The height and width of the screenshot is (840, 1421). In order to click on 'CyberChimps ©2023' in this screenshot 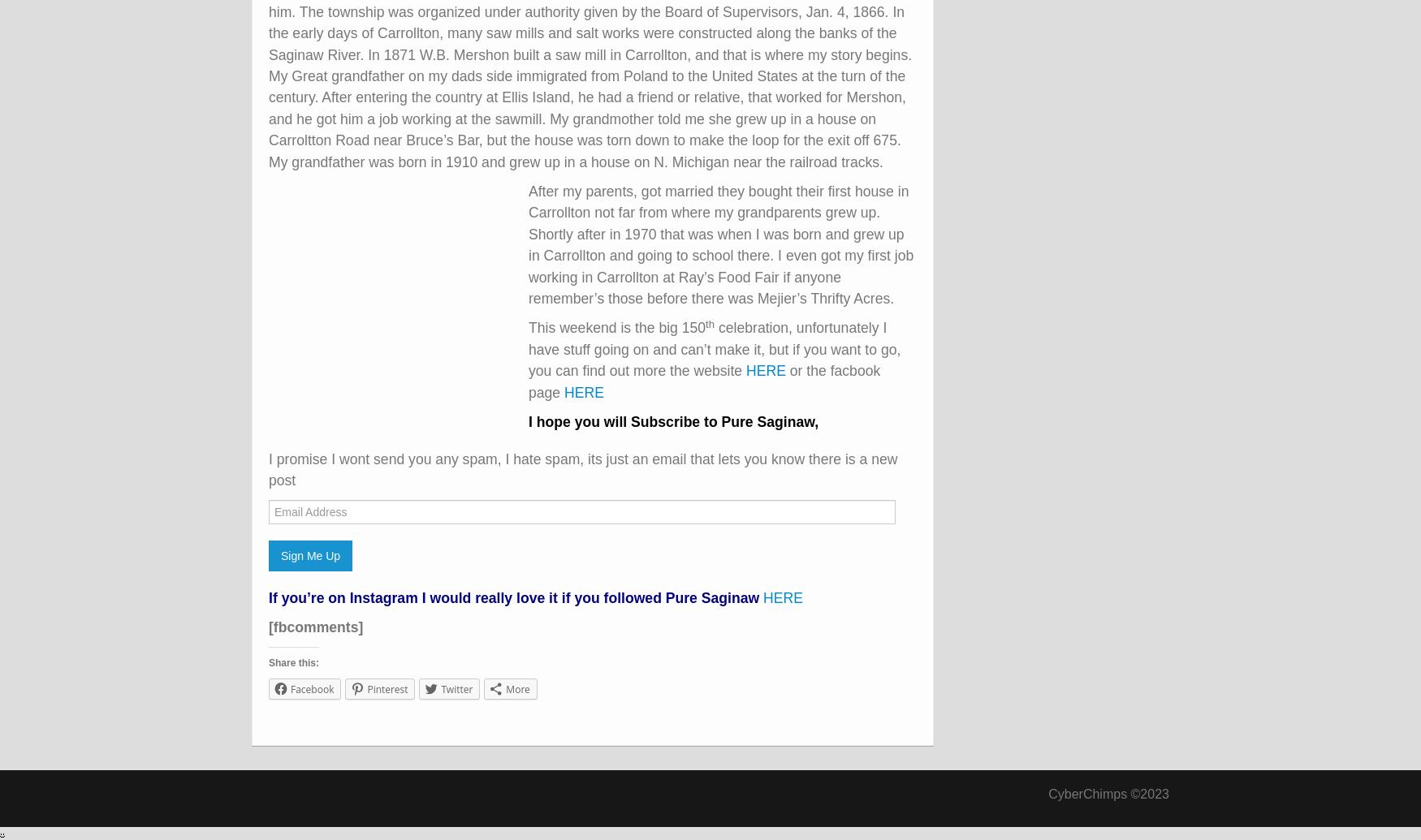, I will do `click(1108, 792)`.